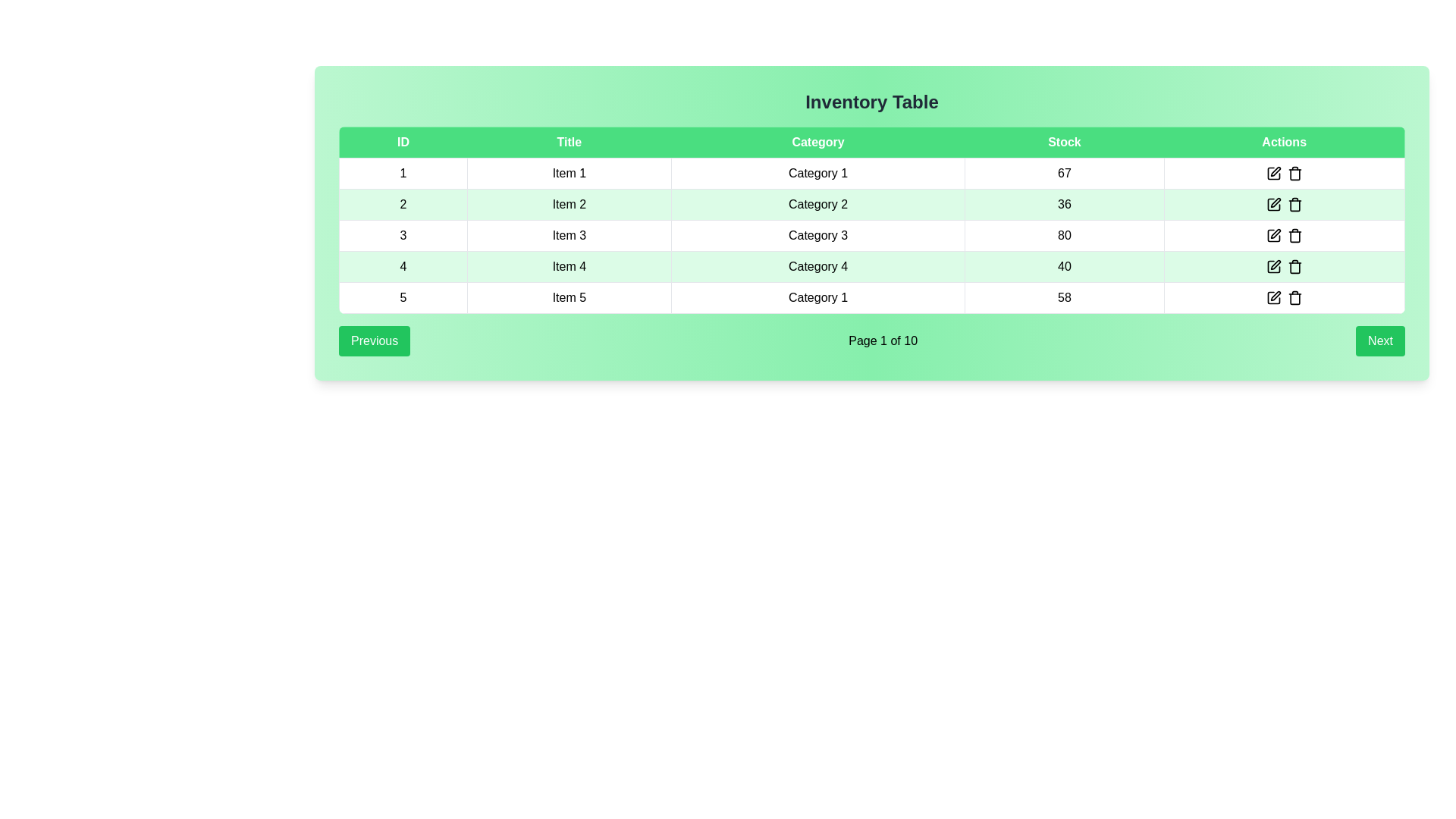 The image size is (1456, 819). I want to click on the table cell displaying the value '58' located in the last row under the 'Stock' column, so click(1063, 298).